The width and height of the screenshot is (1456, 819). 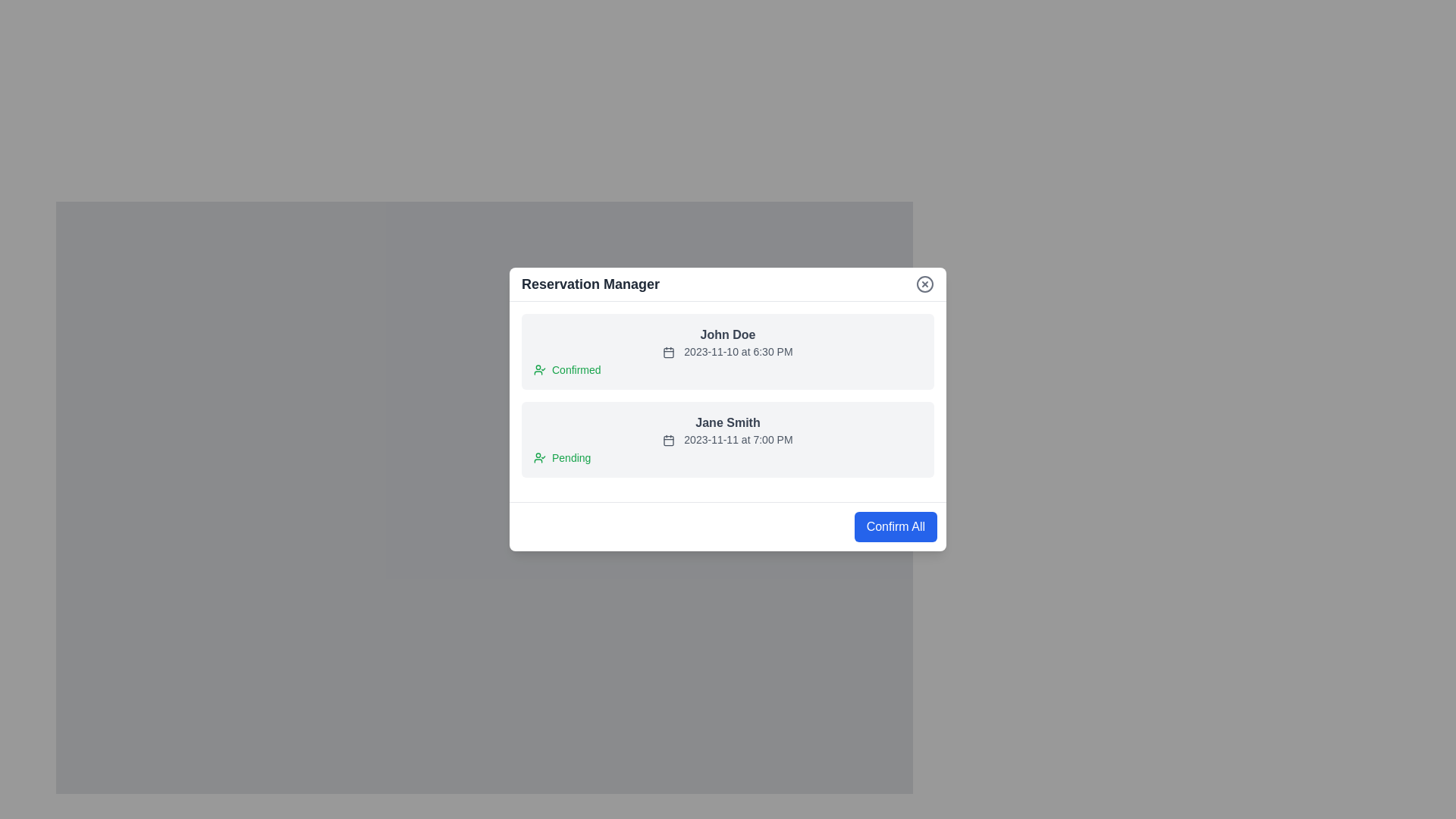 I want to click on the blue 'Confirm All' button with rounded corners in the footer of the 'Reservation Manager' modal, so click(x=896, y=526).